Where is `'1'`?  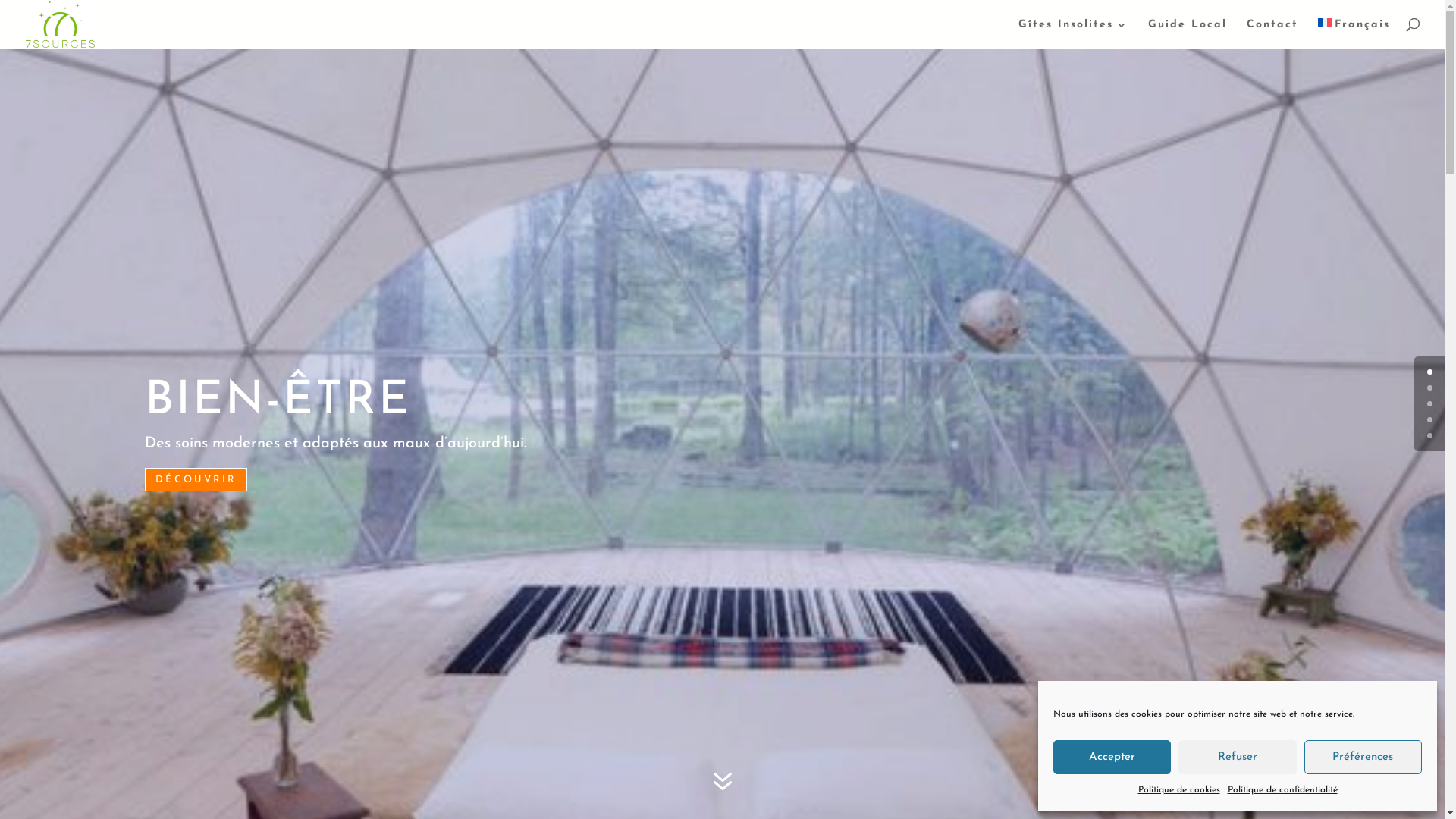 '1' is located at coordinates (1426, 387).